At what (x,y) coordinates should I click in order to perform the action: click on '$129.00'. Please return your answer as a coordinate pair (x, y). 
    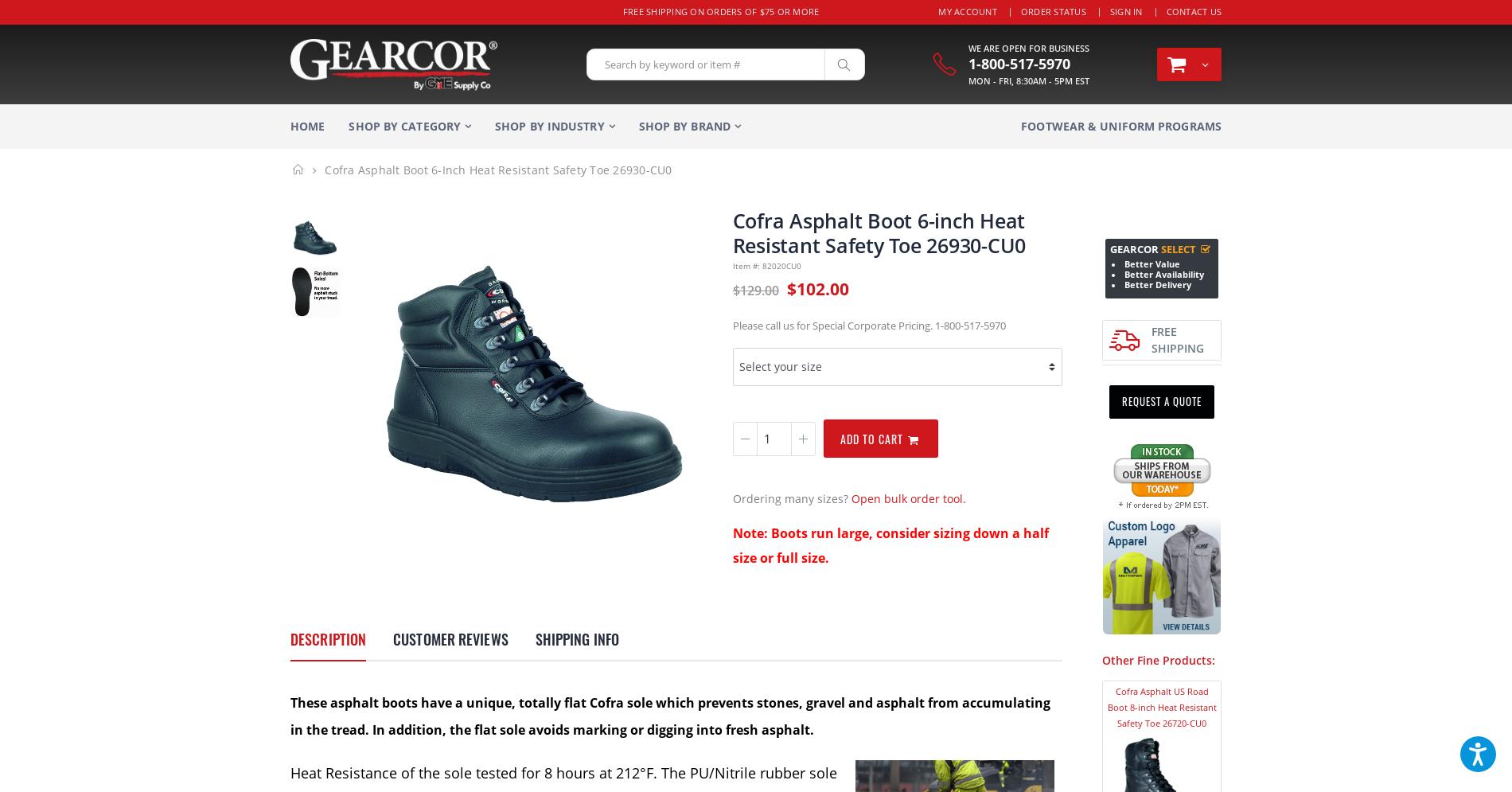
    Looking at the image, I should click on (754, 289).